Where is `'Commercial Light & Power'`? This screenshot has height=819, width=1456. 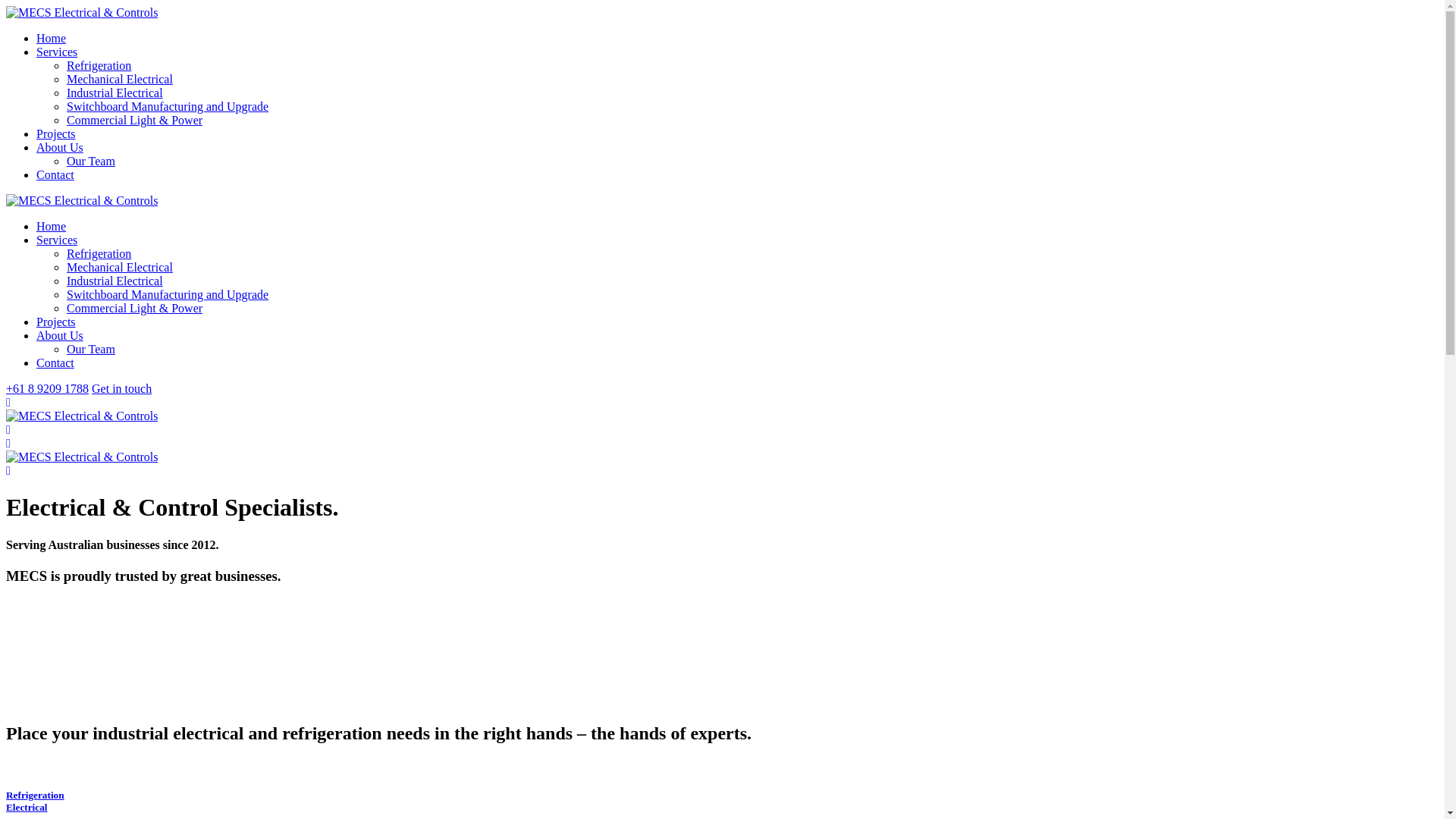
'Commercial Light & Power' is located at coordinates (65, 119).